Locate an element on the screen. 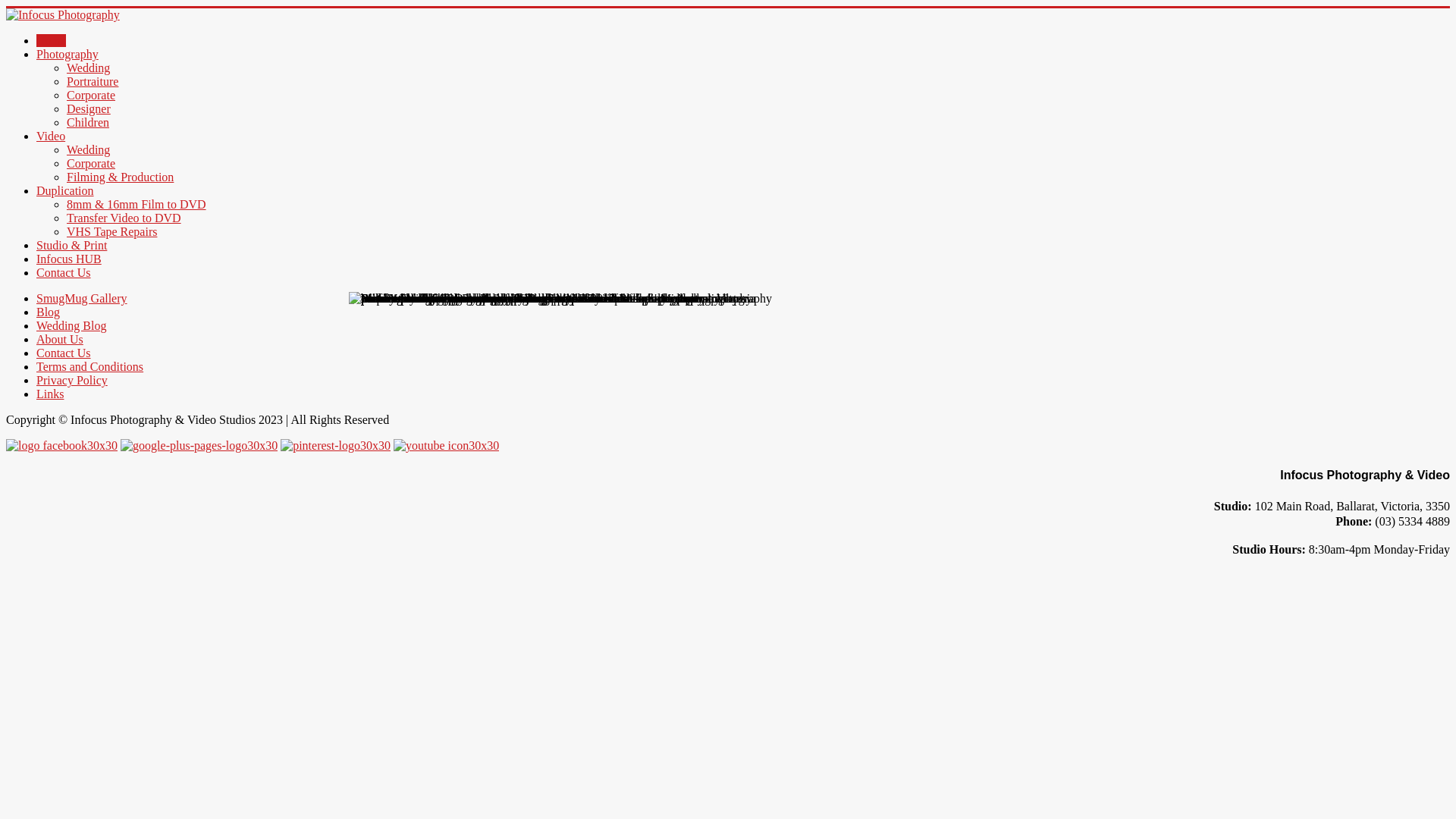 The width and height of the screenshot is (1456, 819). 'About Us' is located at coordinates (59, 338).